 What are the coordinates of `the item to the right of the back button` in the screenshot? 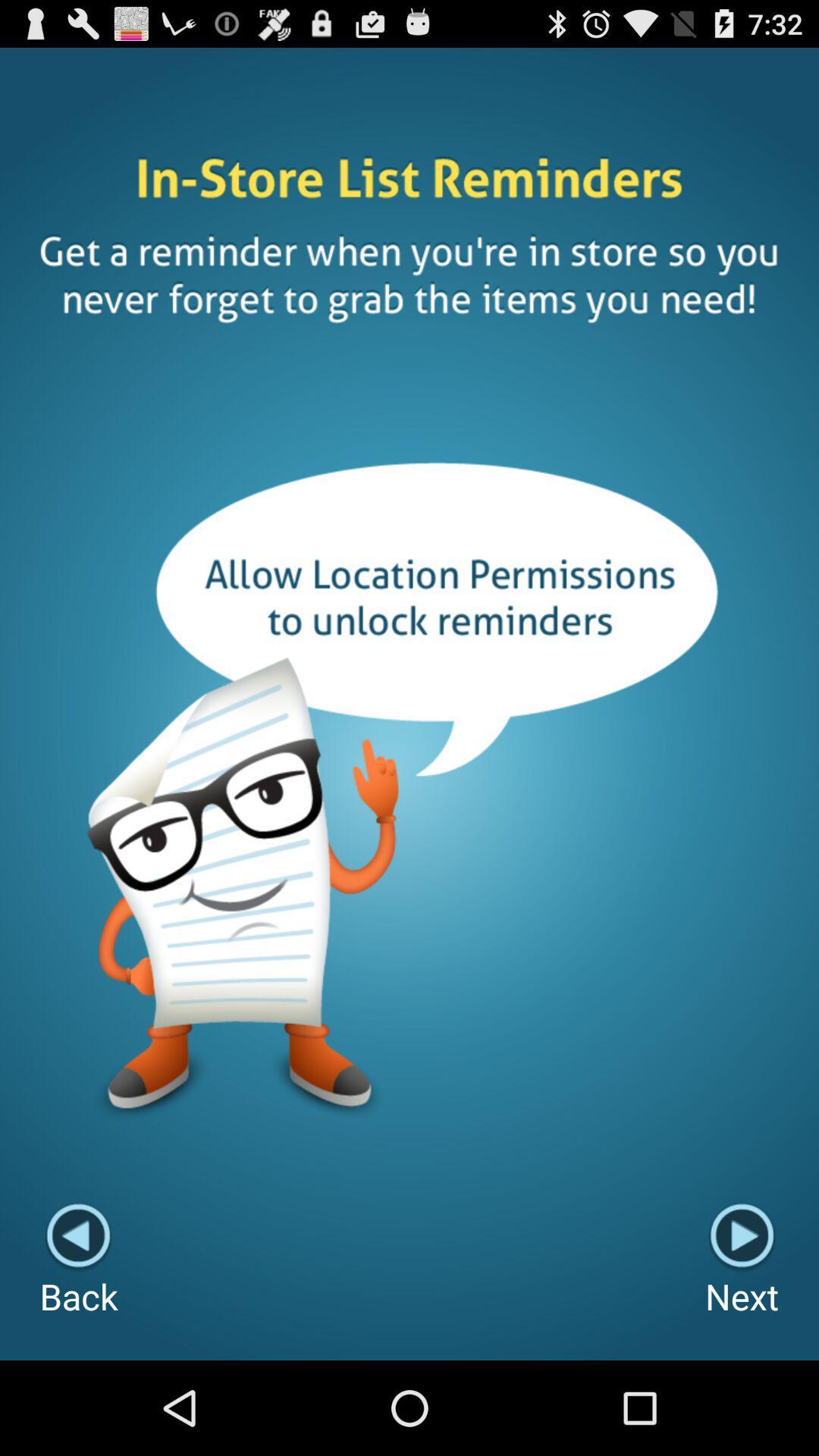 It's located at (741, 1261).